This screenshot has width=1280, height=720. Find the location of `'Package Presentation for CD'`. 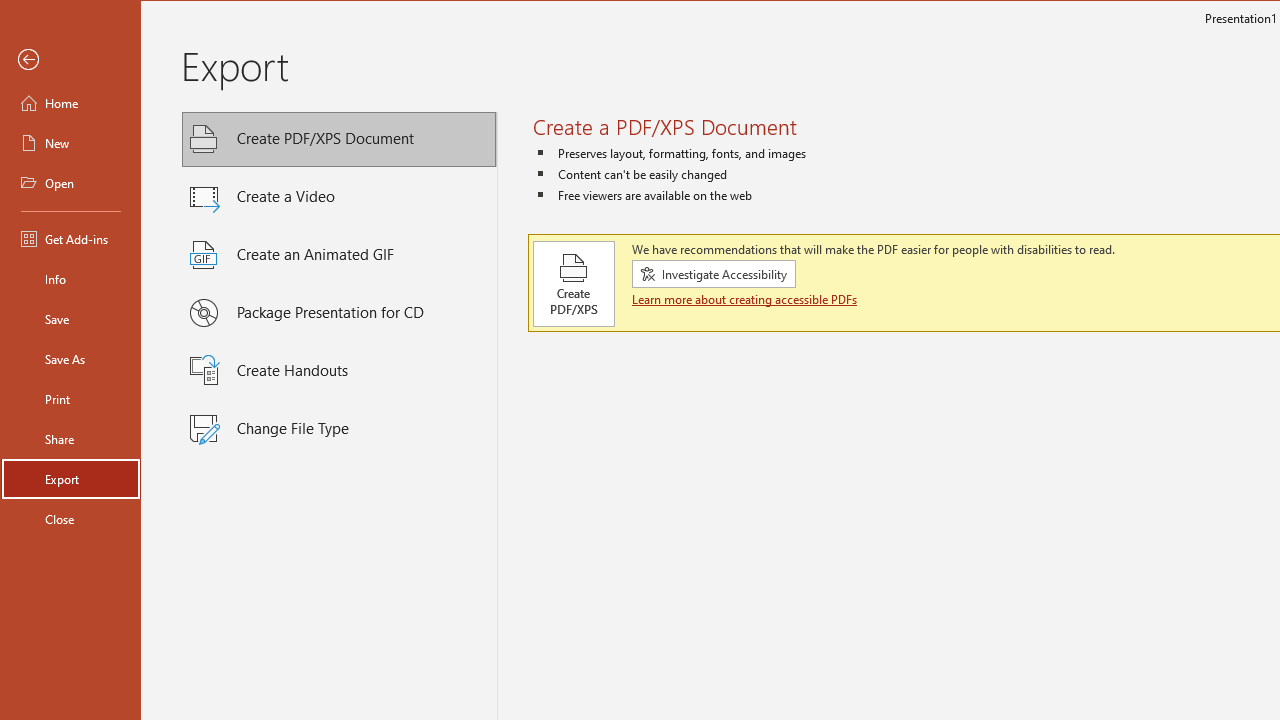

'Package Presentation for CD' is located at coordinates (339, 313).